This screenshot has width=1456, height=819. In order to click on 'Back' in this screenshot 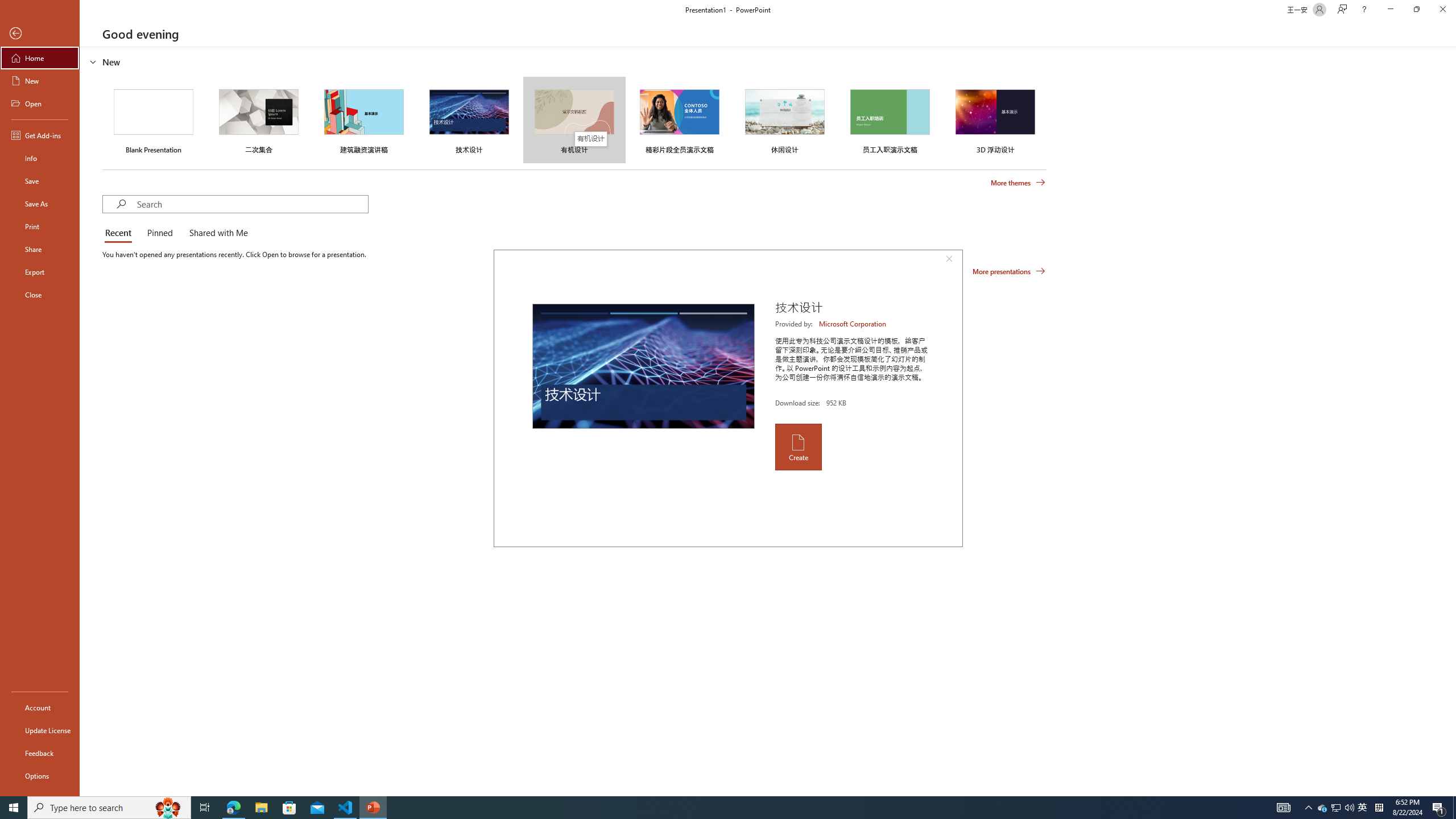, I will do `click(39, 33)`.